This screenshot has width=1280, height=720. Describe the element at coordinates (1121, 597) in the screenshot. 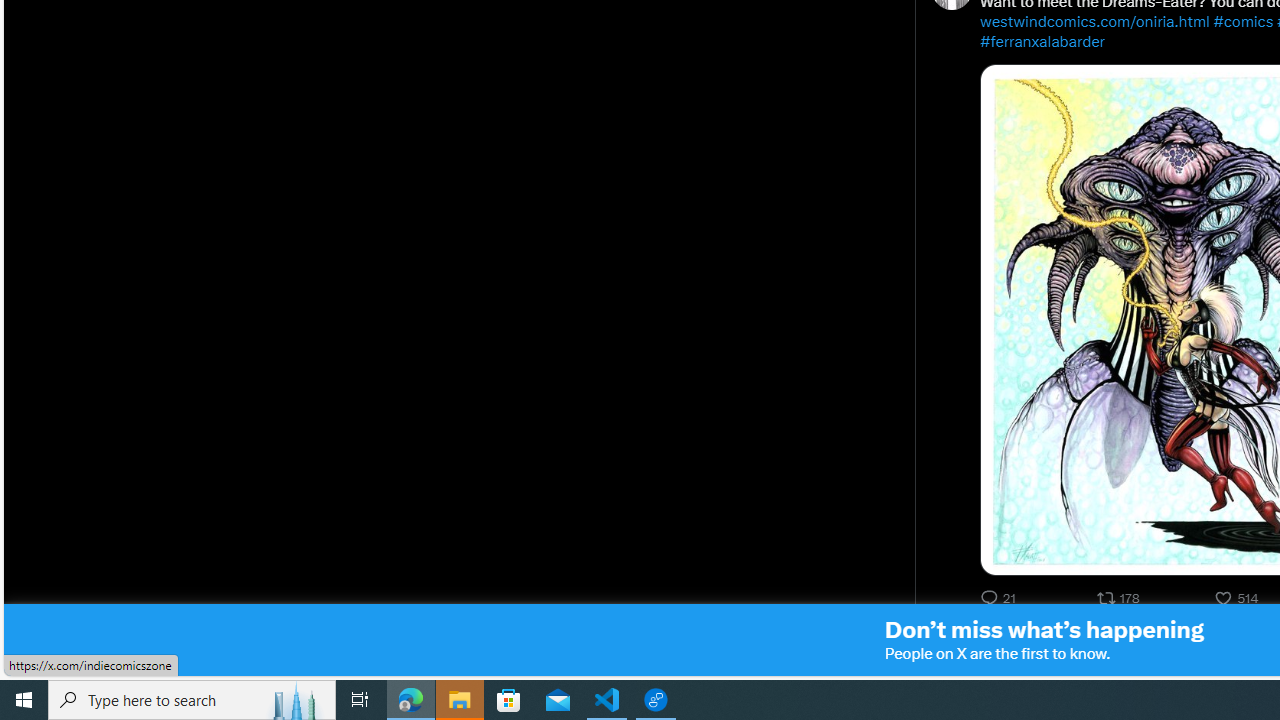

I see `'178 reposts. Repost'` at that location.